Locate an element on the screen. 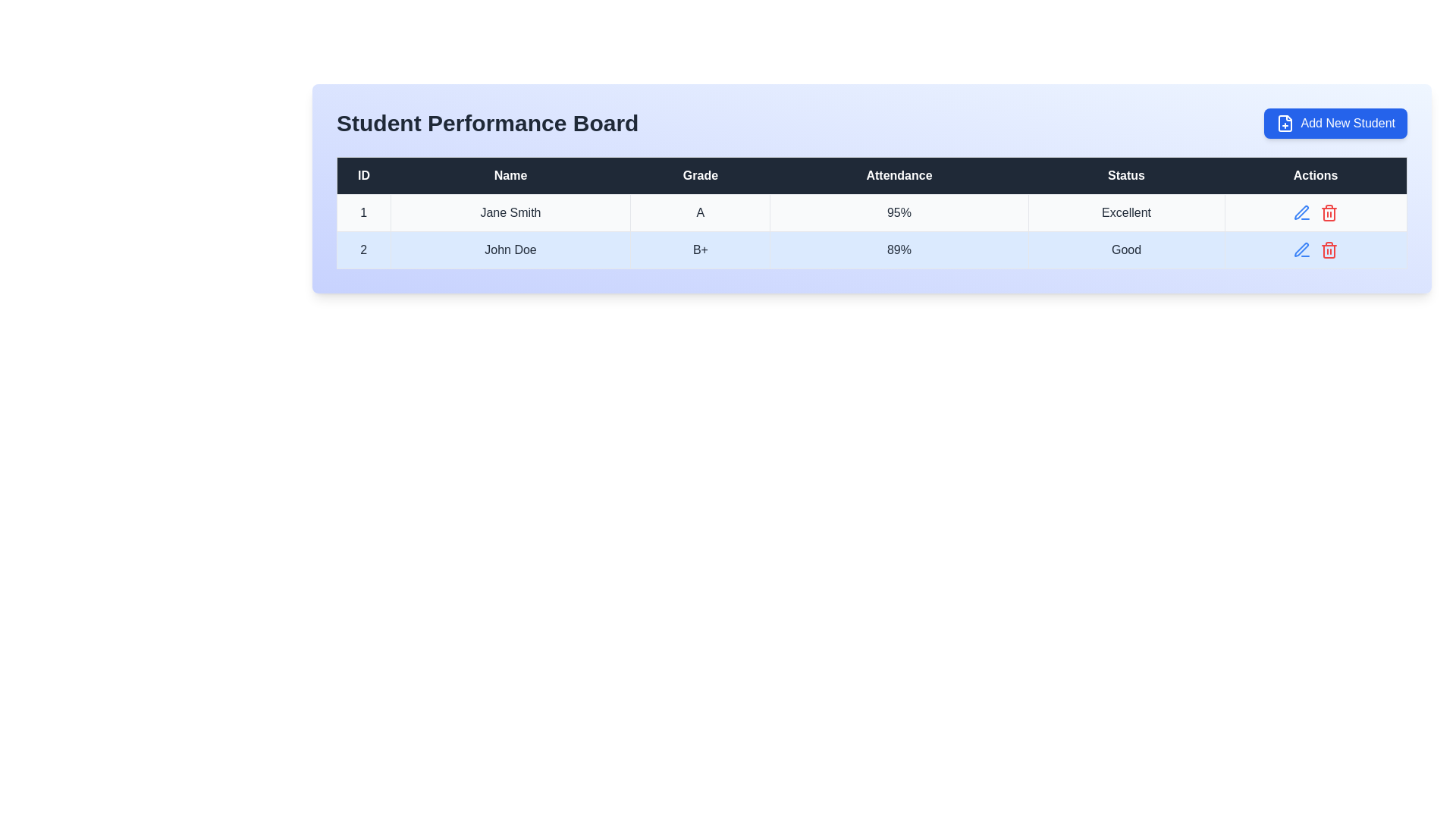  text label for the 'Name' column in the header row of the table, which is located between the 'ID' column and the 'Grade' column is located at coordinates (510, 174).